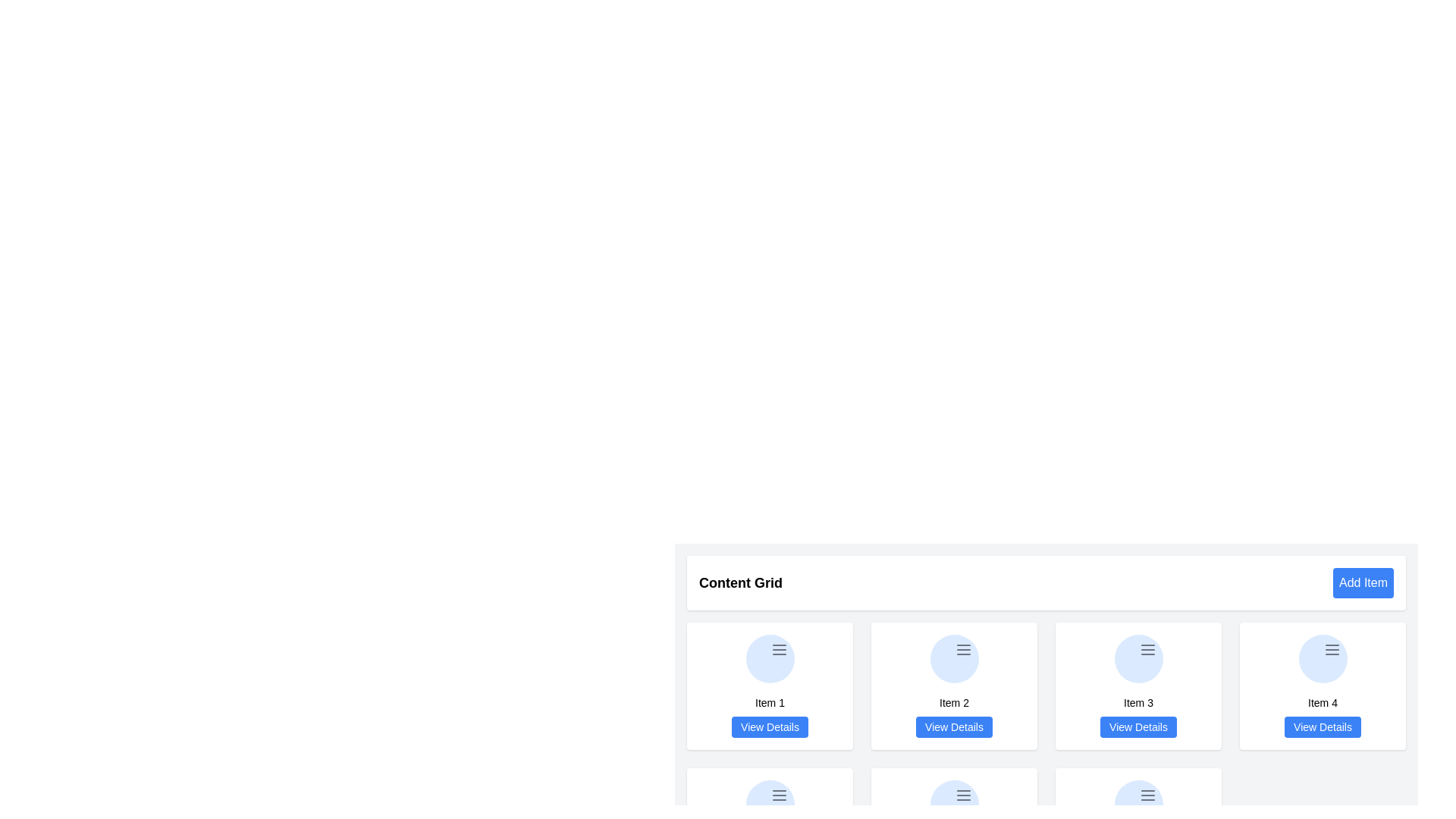  Describe the element at coordinates (1147, 795) in the screenshot. I see `the icon representing a menu or options toggle located in the third card of a four-card grid` at that location.